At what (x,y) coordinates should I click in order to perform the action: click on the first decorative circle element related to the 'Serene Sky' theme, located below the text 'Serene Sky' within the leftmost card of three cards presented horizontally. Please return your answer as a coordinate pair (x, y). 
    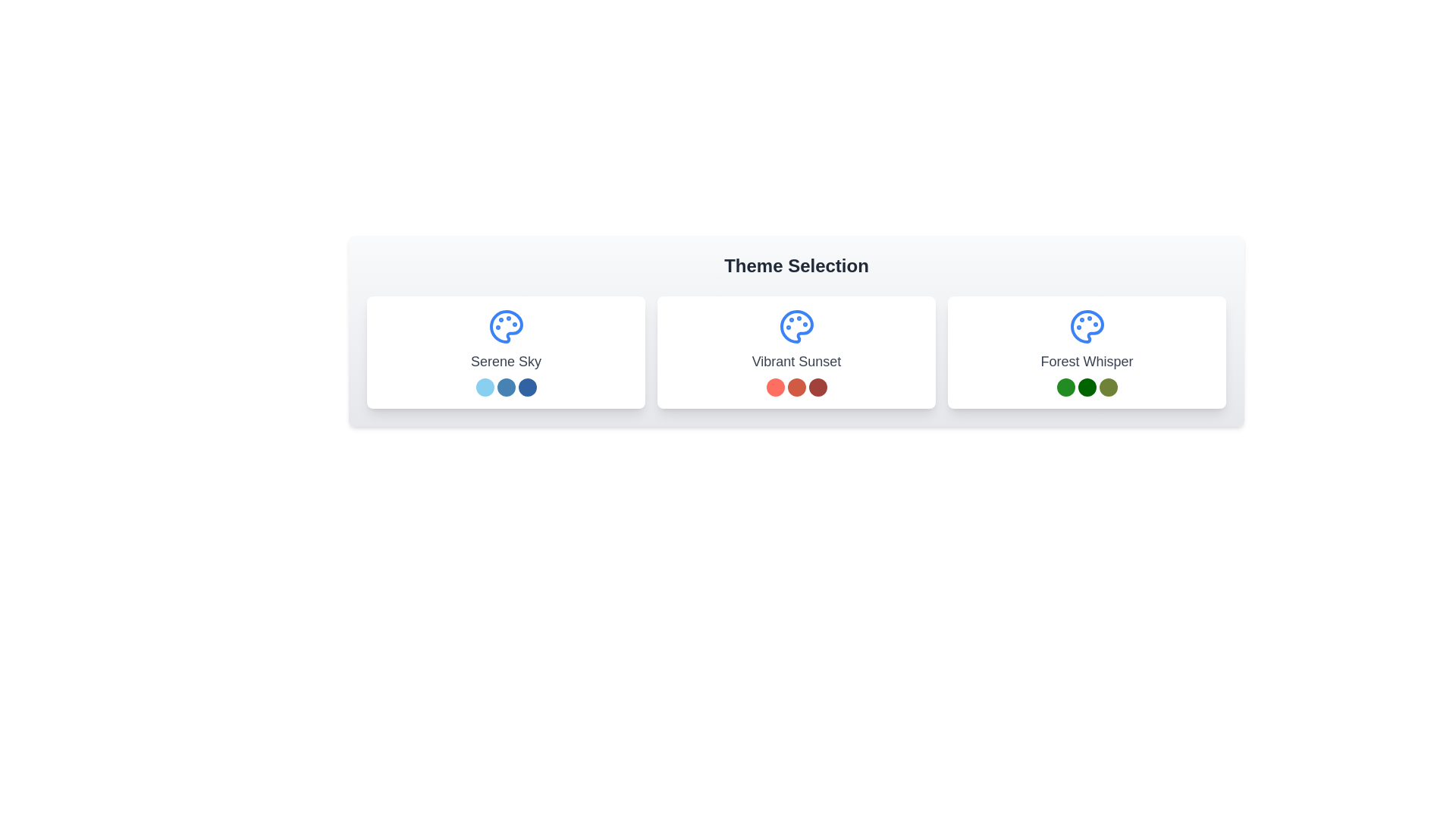
    Looking at the image, I should click on (484, 386).